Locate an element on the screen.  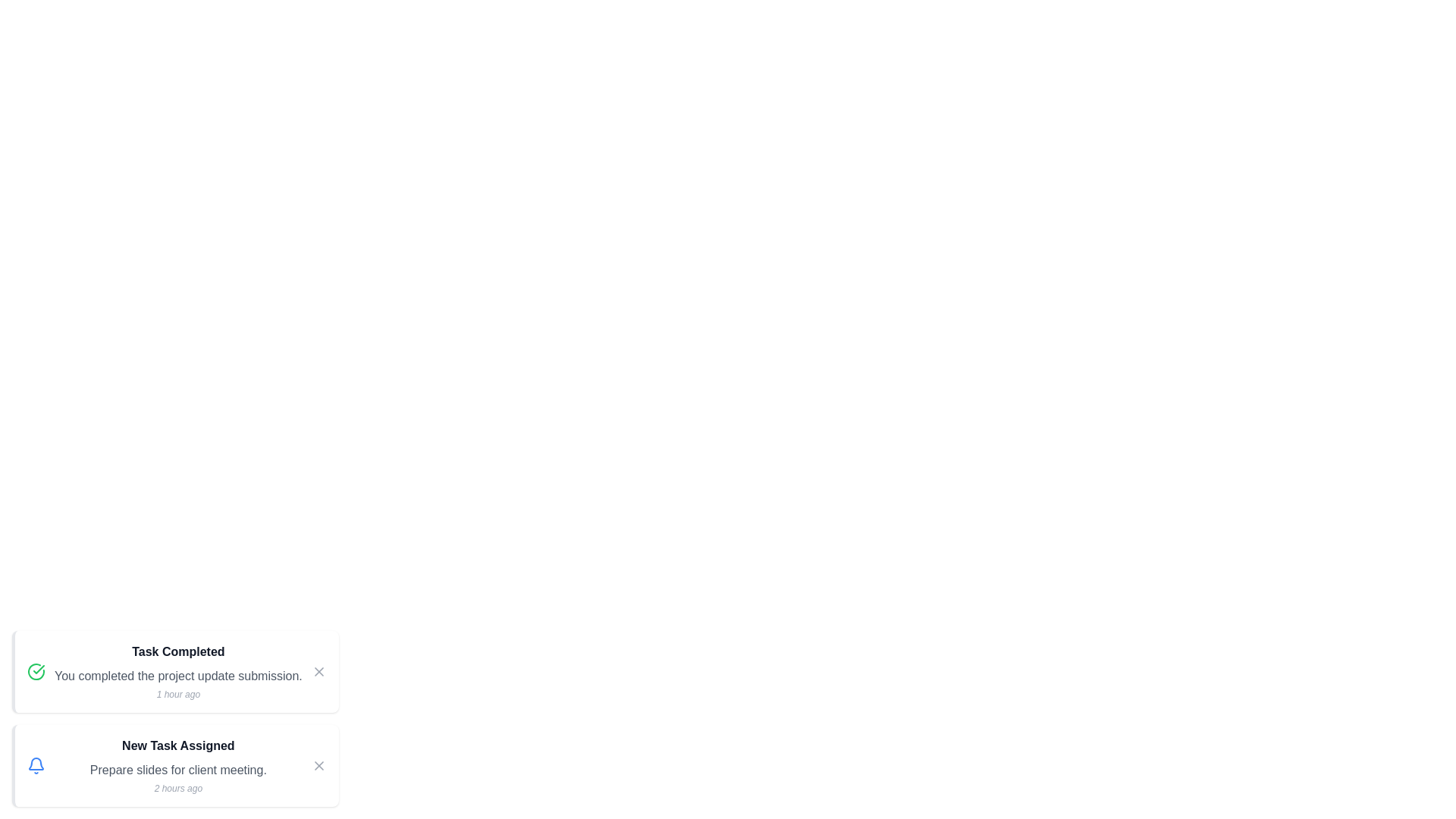
close button of the task with title 'Task Completed' is located at coordinates (318, 671).